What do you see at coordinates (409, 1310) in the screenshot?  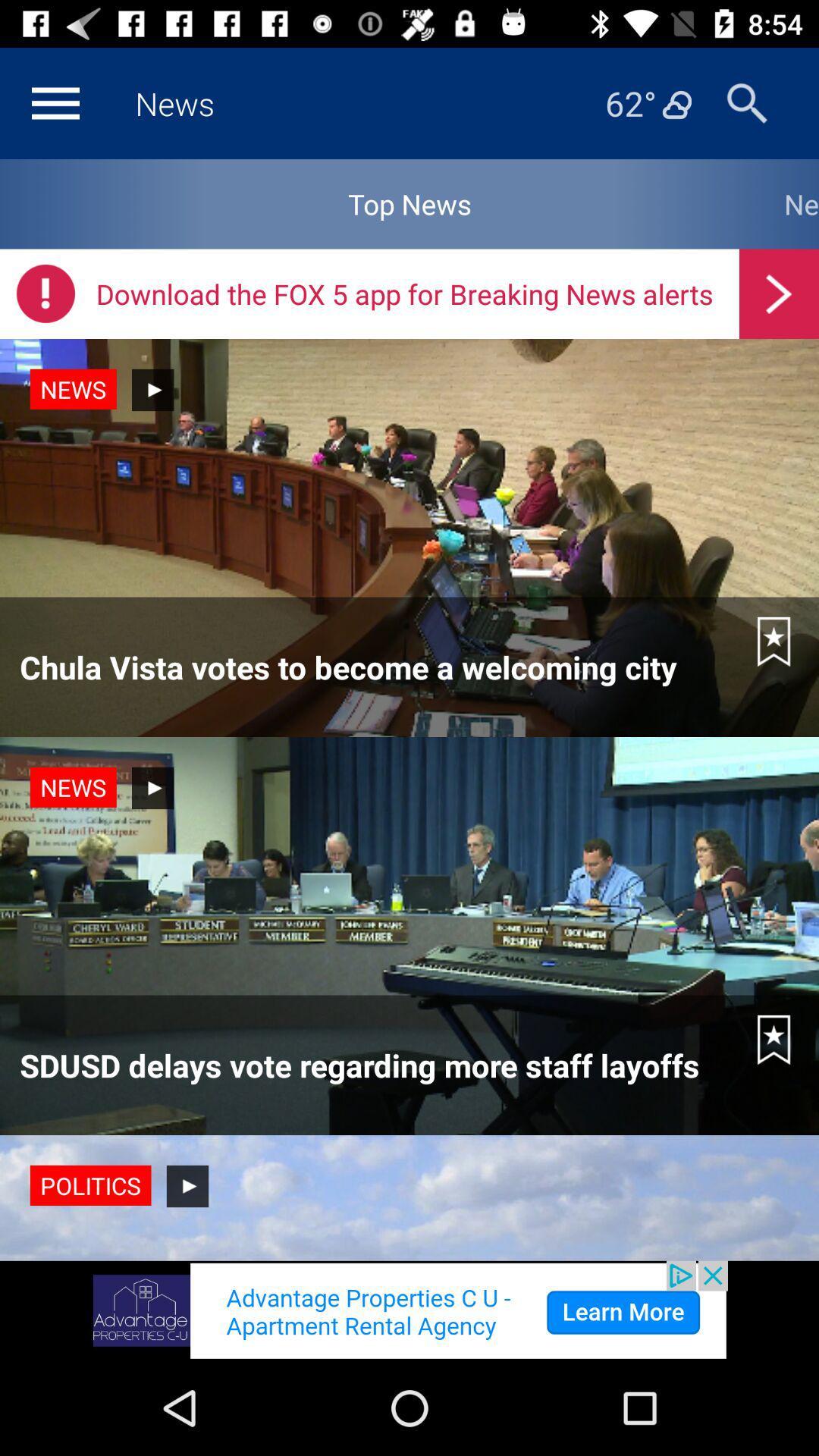 I see `search about add` at bounding box center [409, 1310].